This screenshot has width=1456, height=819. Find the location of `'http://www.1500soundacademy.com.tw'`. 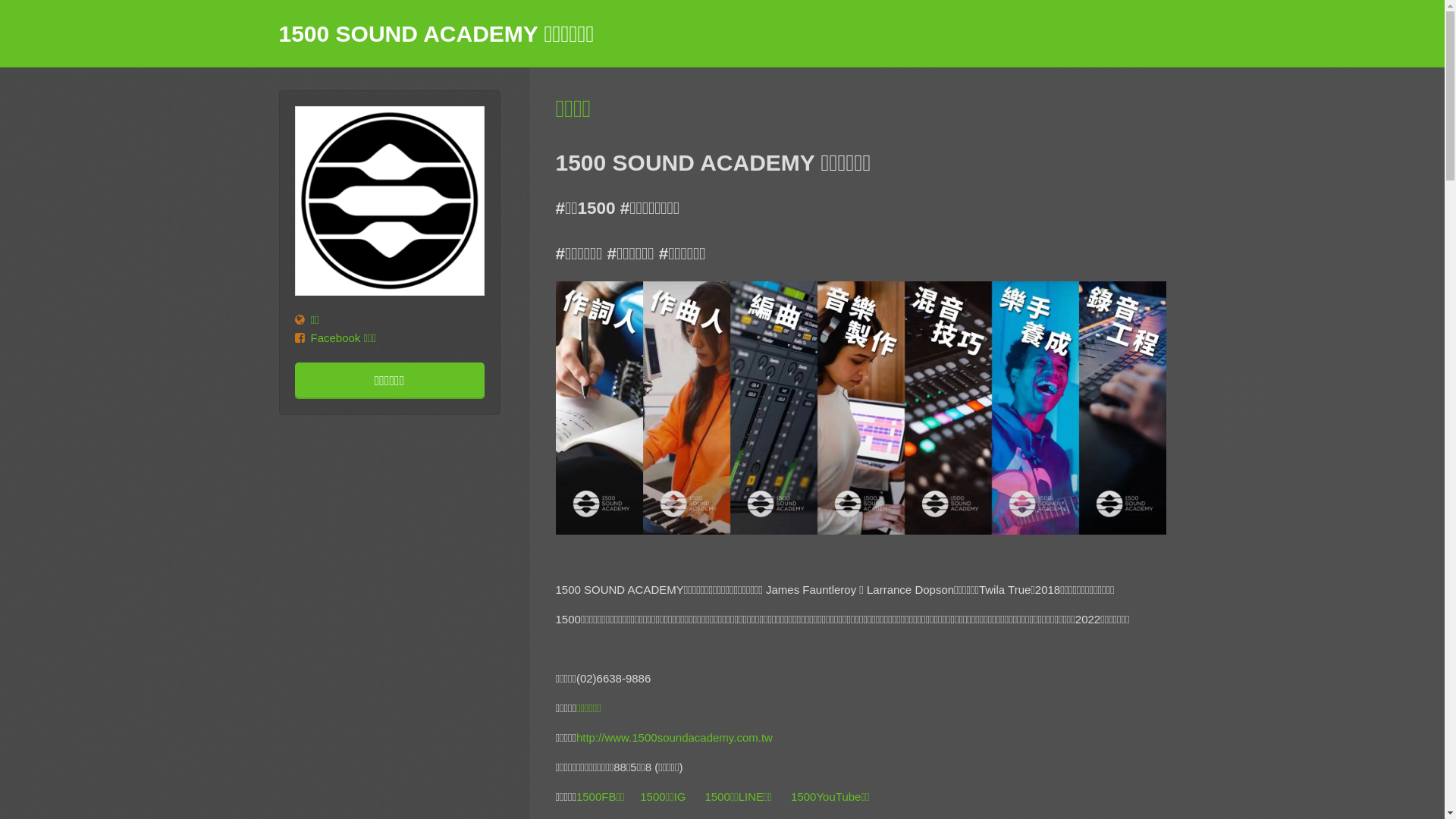

'http://www.1500soundacademy.com.tw' is located at coordinates (673, 736).